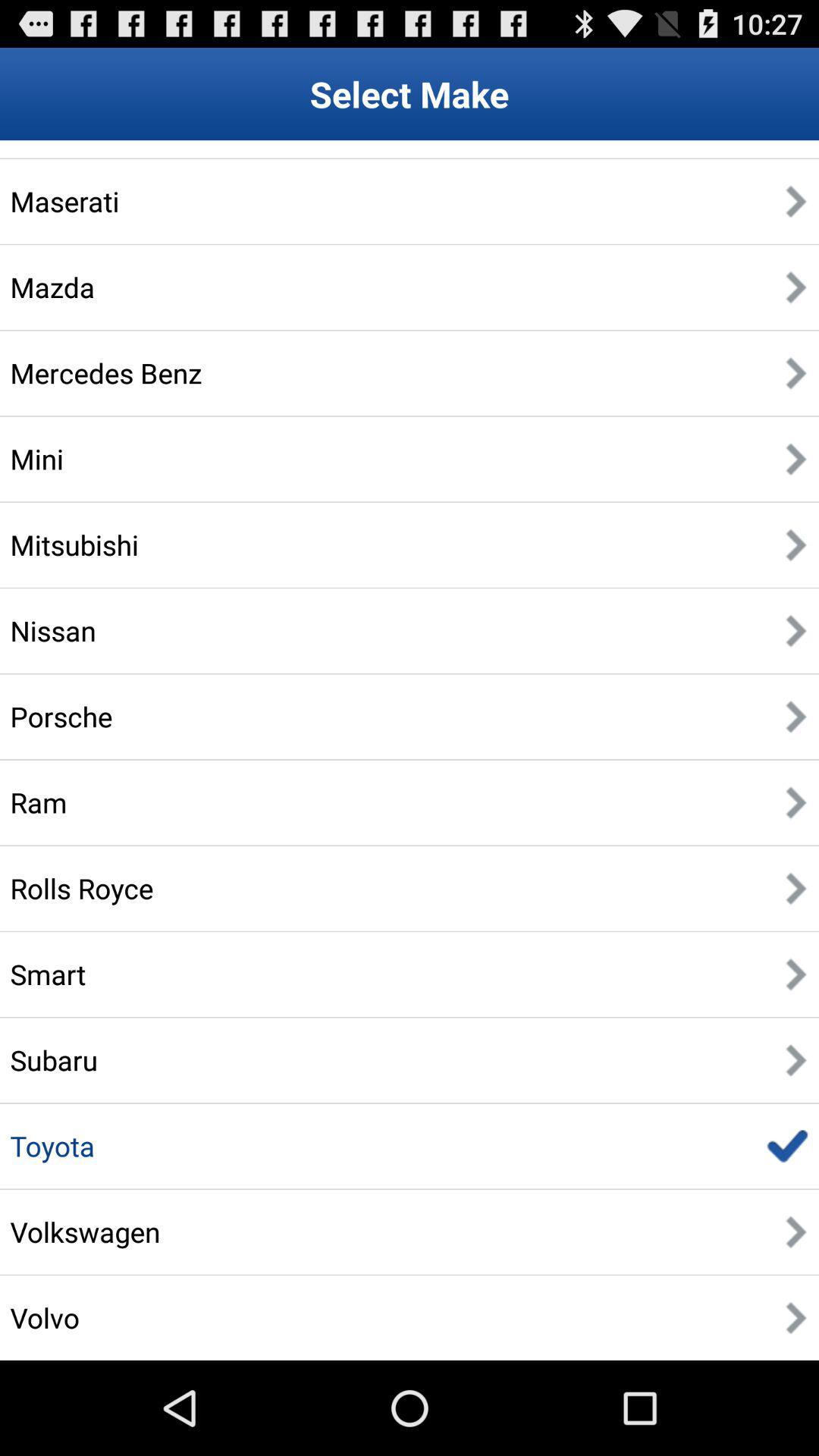  I want to click on the porsche, so click(61, 716).